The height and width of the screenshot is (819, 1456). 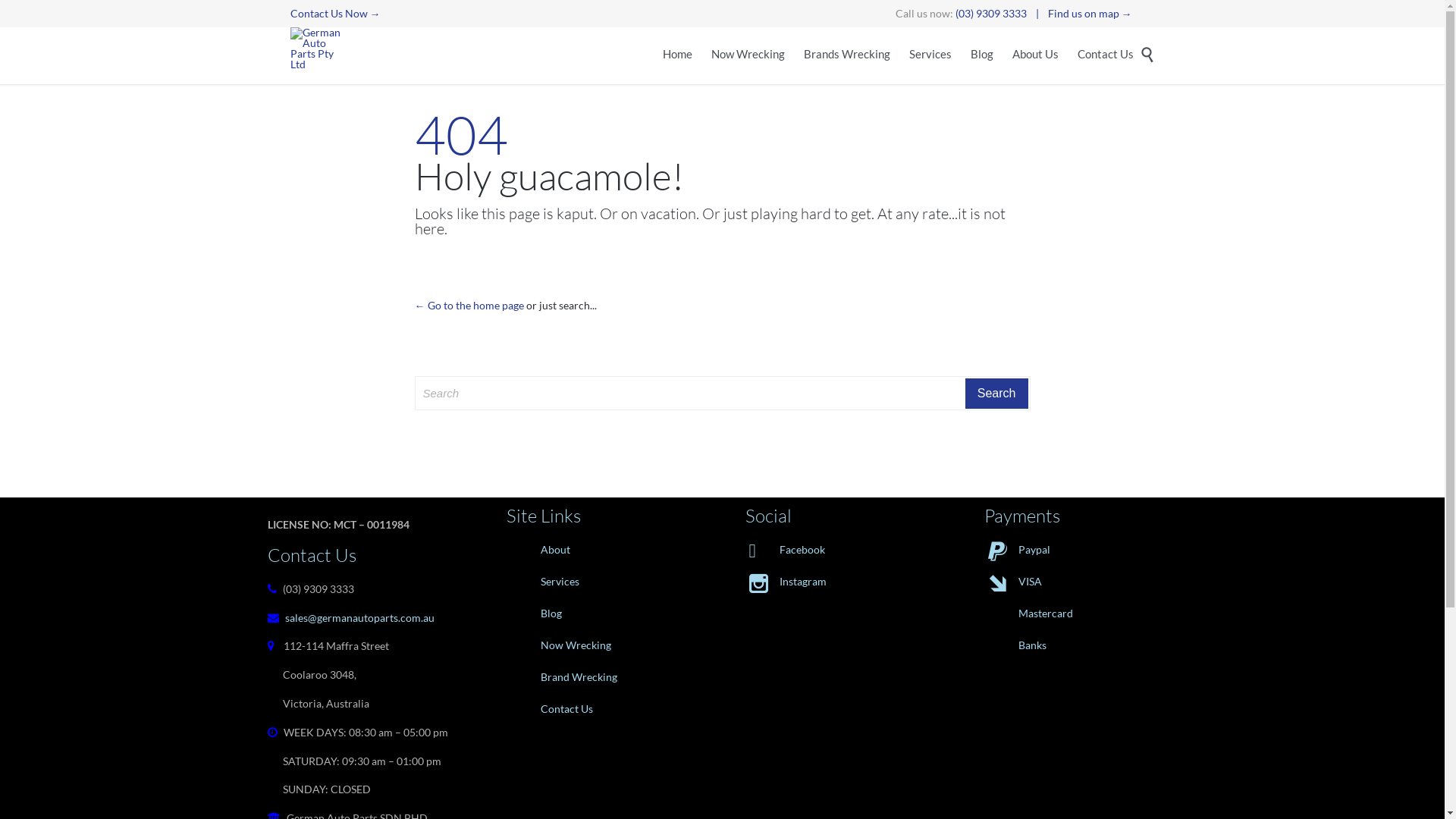 What do you see at coordinates (803, 55) in the screenshot?
I see `'Brands Wrecking'` at bounding box center [803, 55].